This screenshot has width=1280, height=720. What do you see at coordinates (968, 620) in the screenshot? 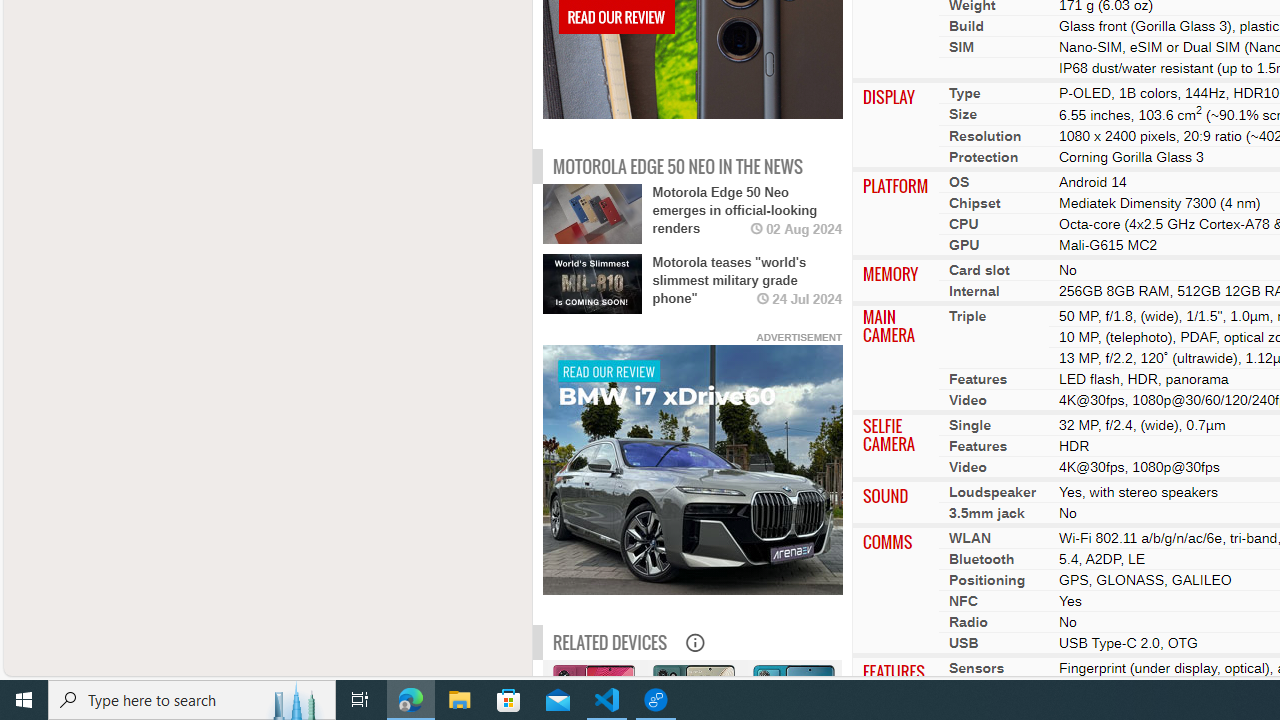
I see `'Radio'` at bounding box center [968, 620].